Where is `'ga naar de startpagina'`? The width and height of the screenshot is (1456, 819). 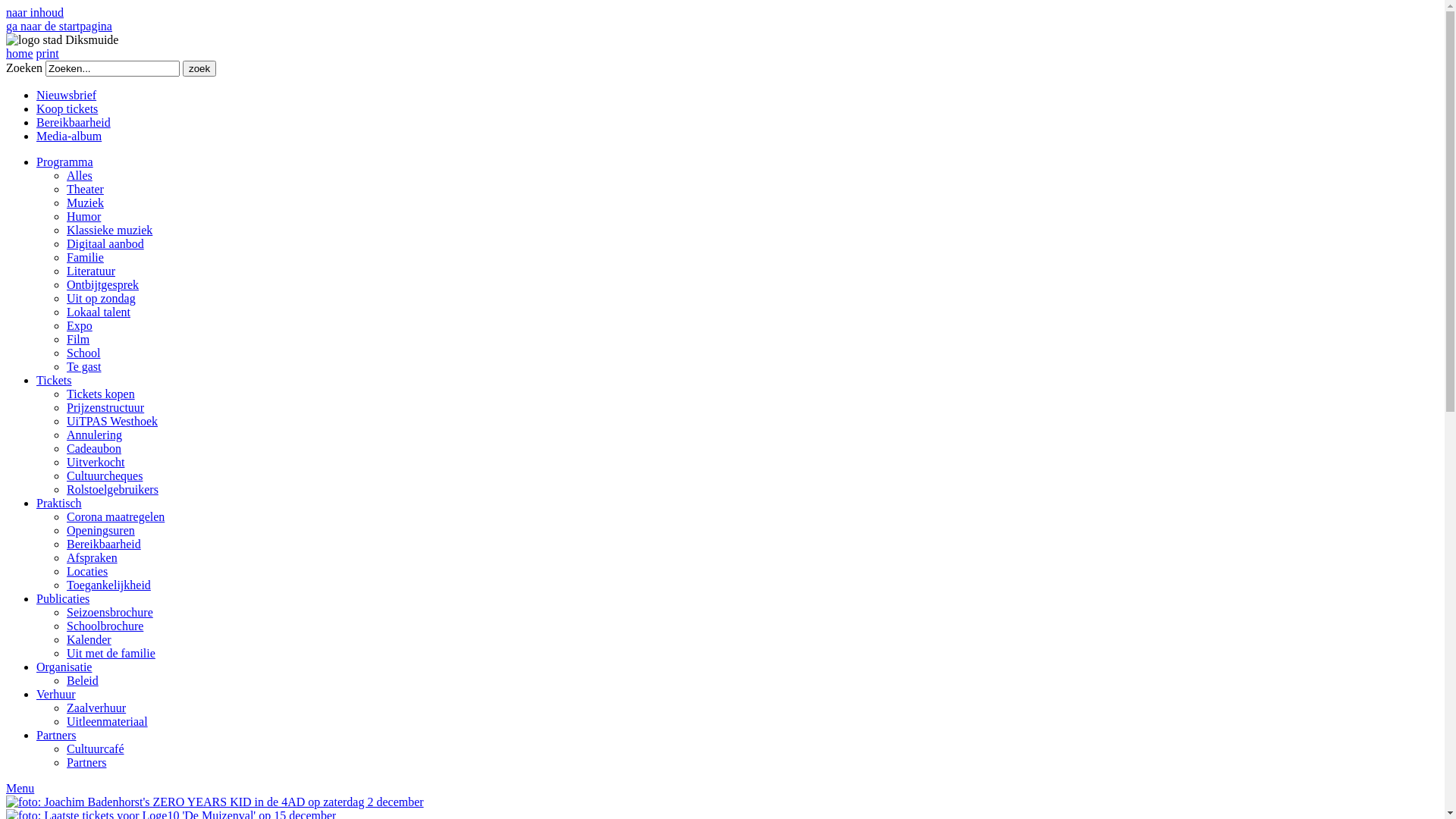
'ga naar de startpagina' is located at coordinates (6, 26).